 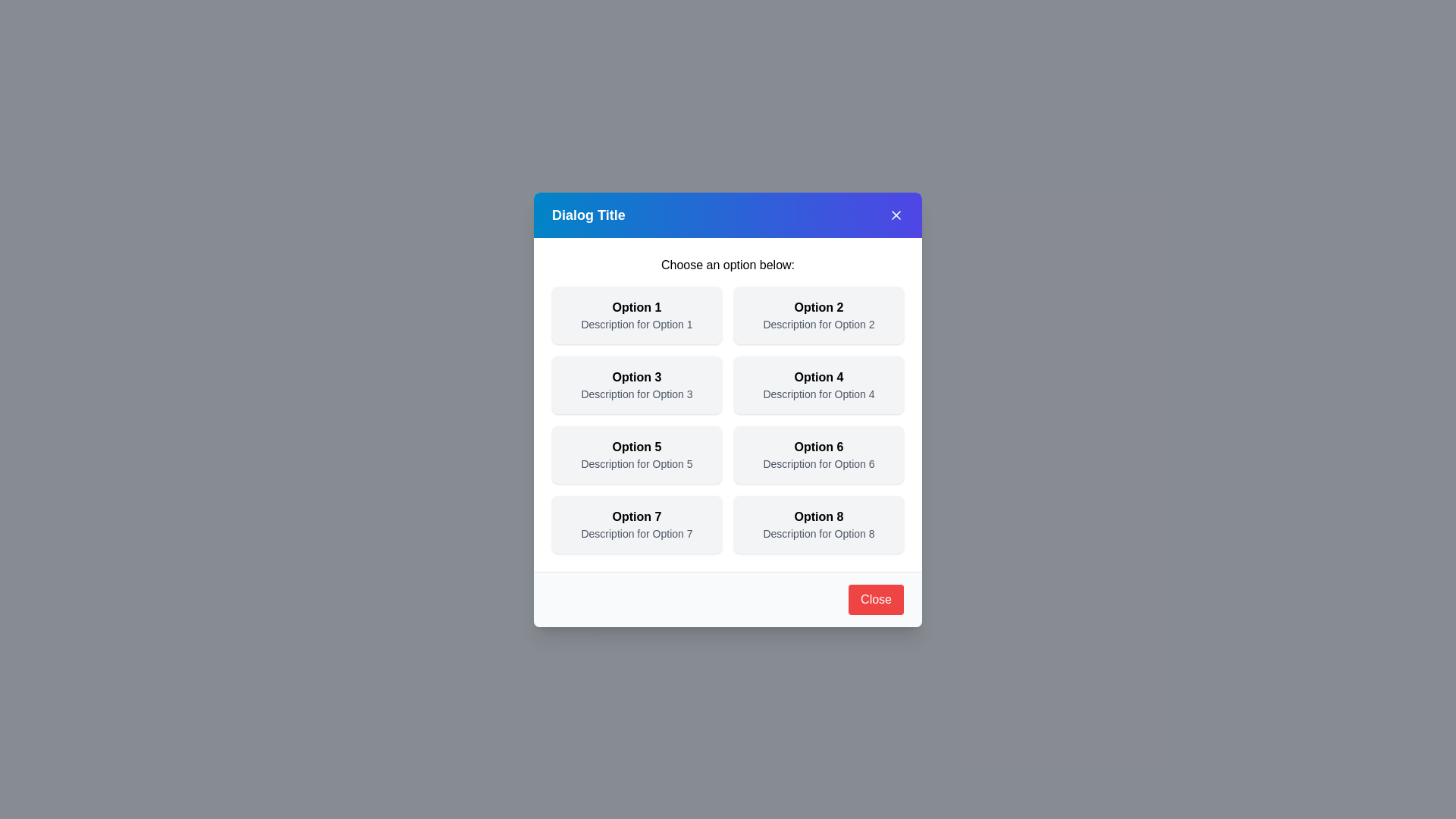 What do you see at coordinates (896, 215) in the screenshot?
I see `close button in the top-right corner of the dialog header` at bounding box center [896, 215].